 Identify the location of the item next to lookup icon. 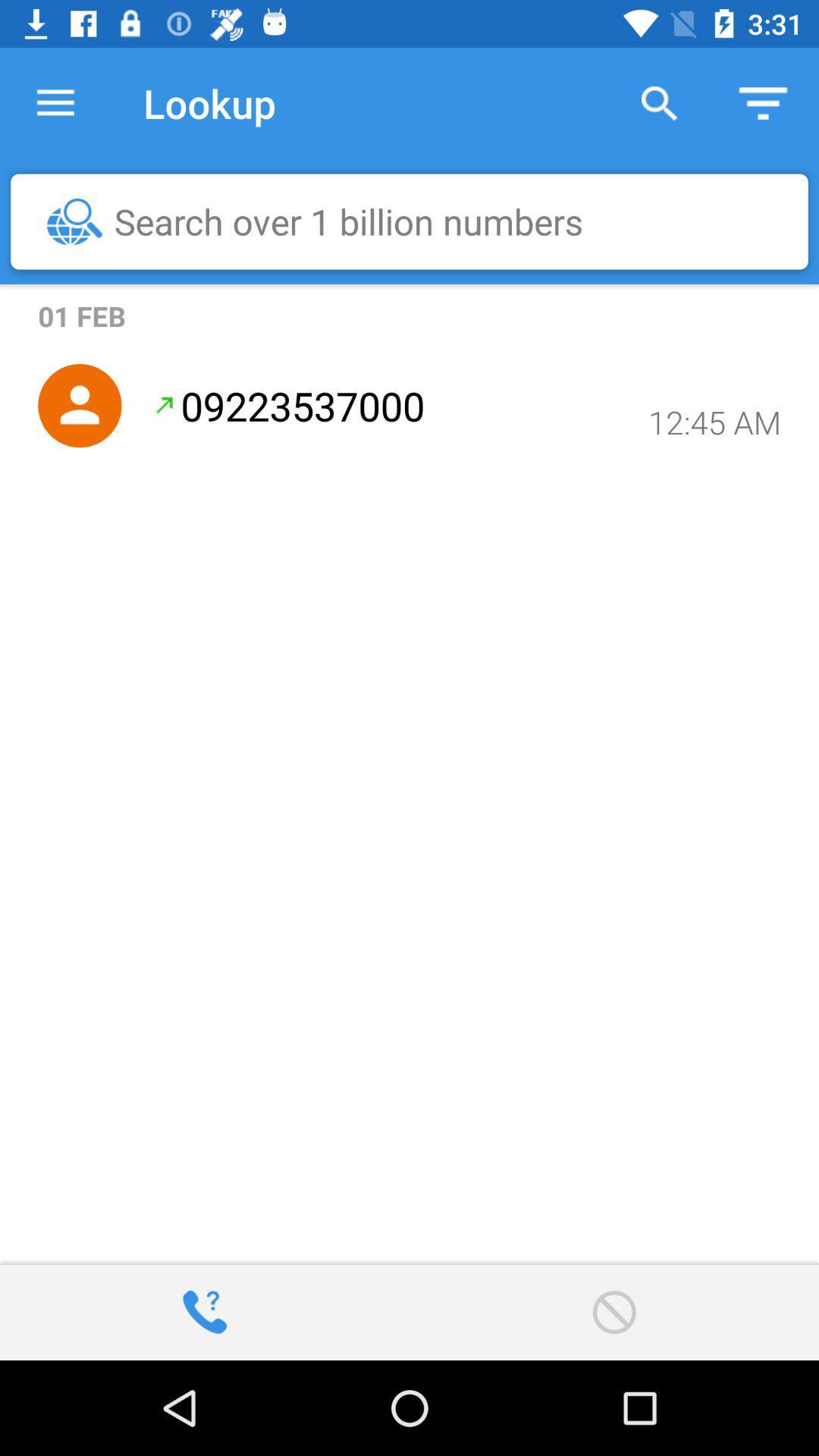
(55, 102).